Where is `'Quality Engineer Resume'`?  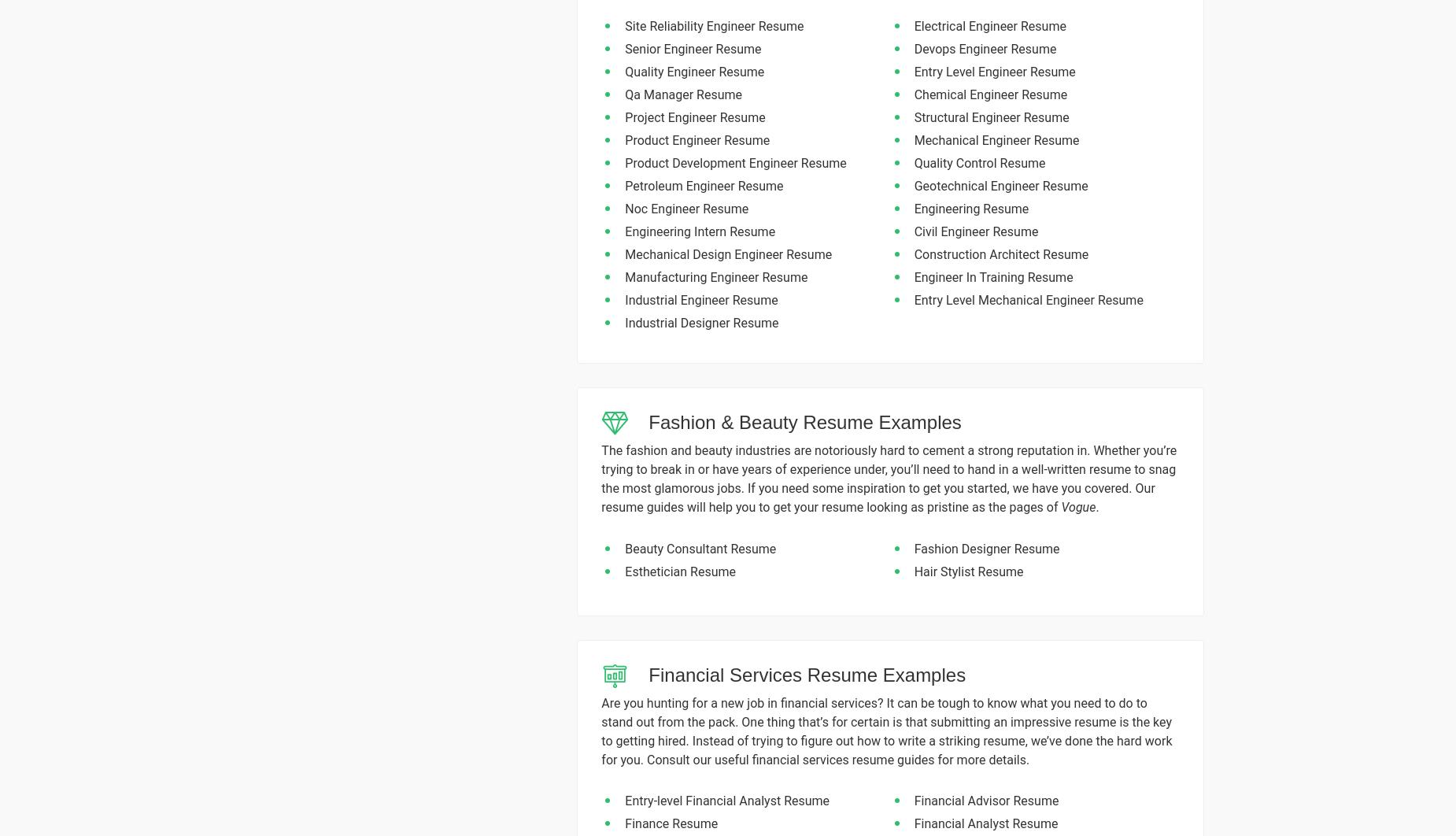
'Quality Engineer Resume' is located at coordinates (694, 71).